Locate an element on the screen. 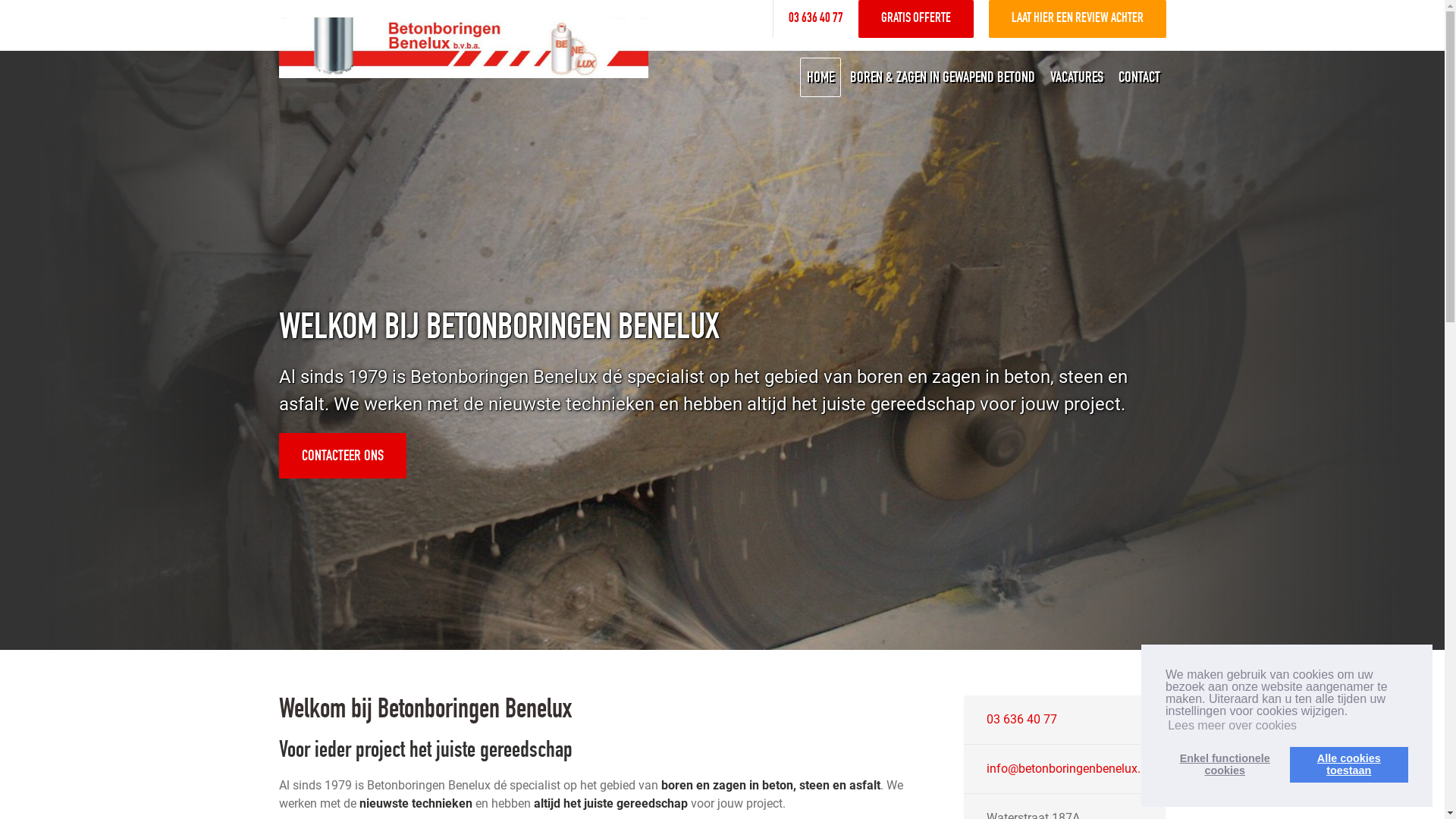 The height and width of the screenshot is (819, 1456). 'Alle cookies is located at coordinates (1349, 764).